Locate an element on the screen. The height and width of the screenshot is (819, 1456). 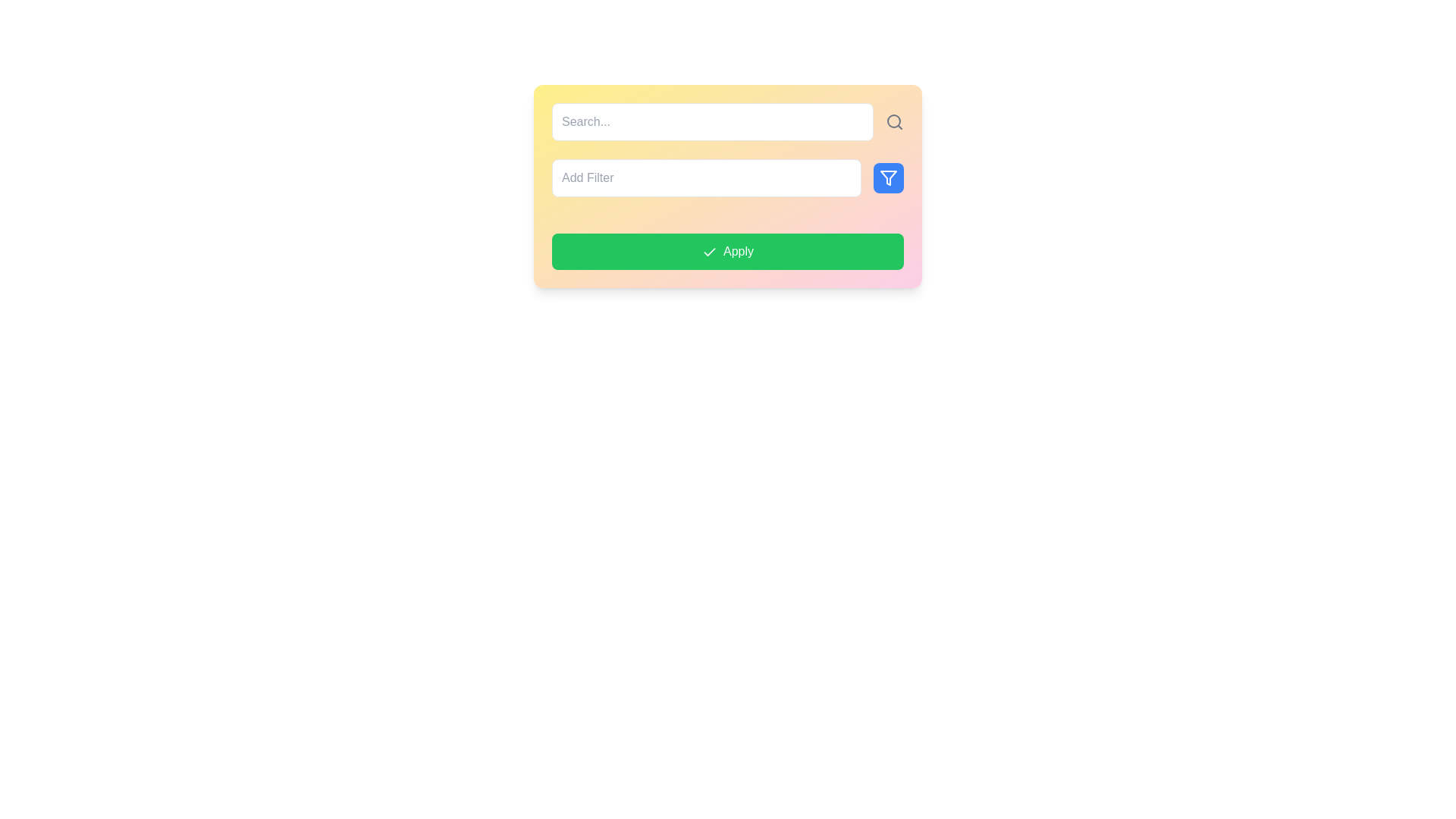
the filter management button, indicated by a funnel icon, located to the far right of the 'Add Filter' input field to observe any hover effects is located at coordinates (888, 177).